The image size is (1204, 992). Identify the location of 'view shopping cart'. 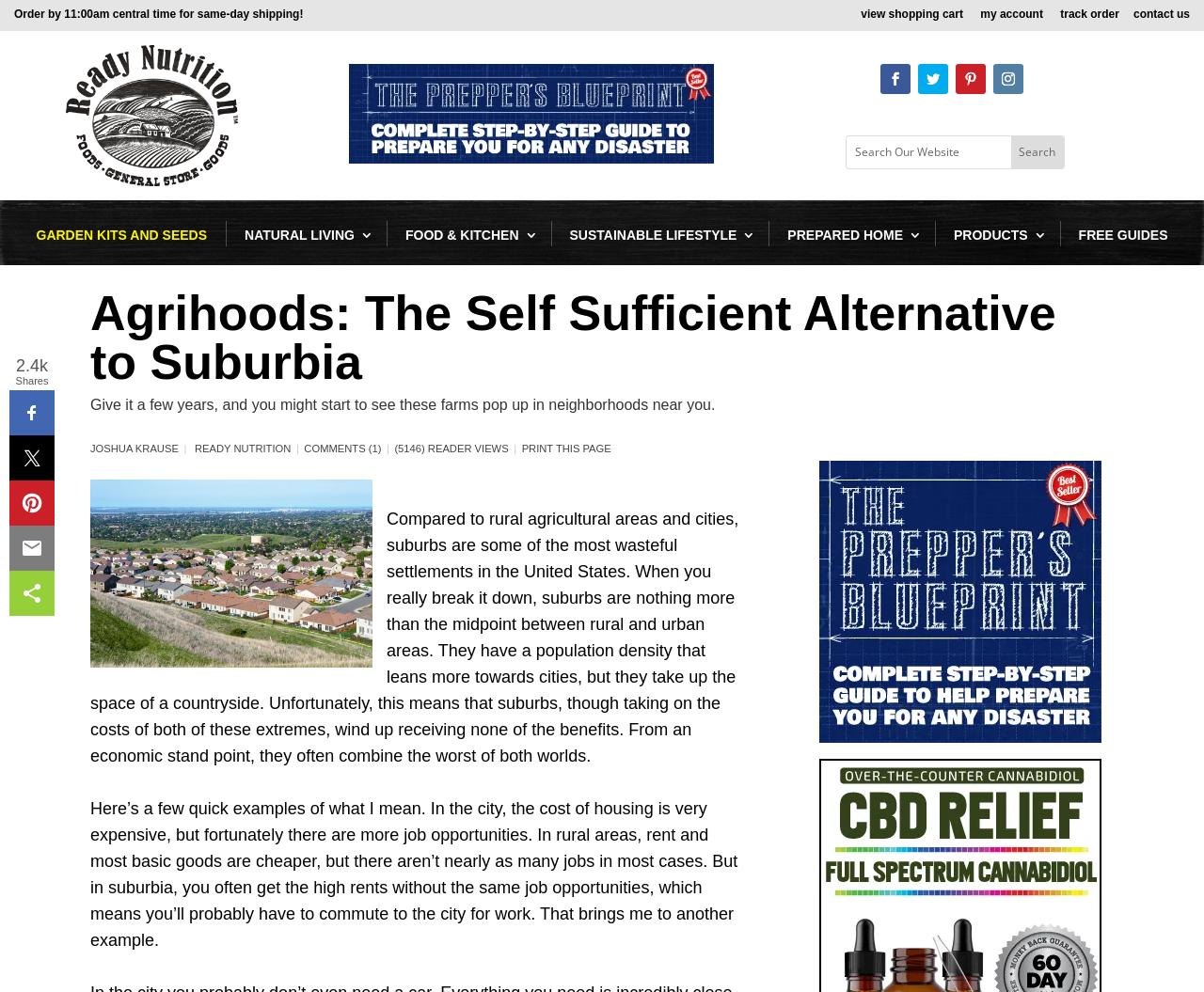
(913, 15).